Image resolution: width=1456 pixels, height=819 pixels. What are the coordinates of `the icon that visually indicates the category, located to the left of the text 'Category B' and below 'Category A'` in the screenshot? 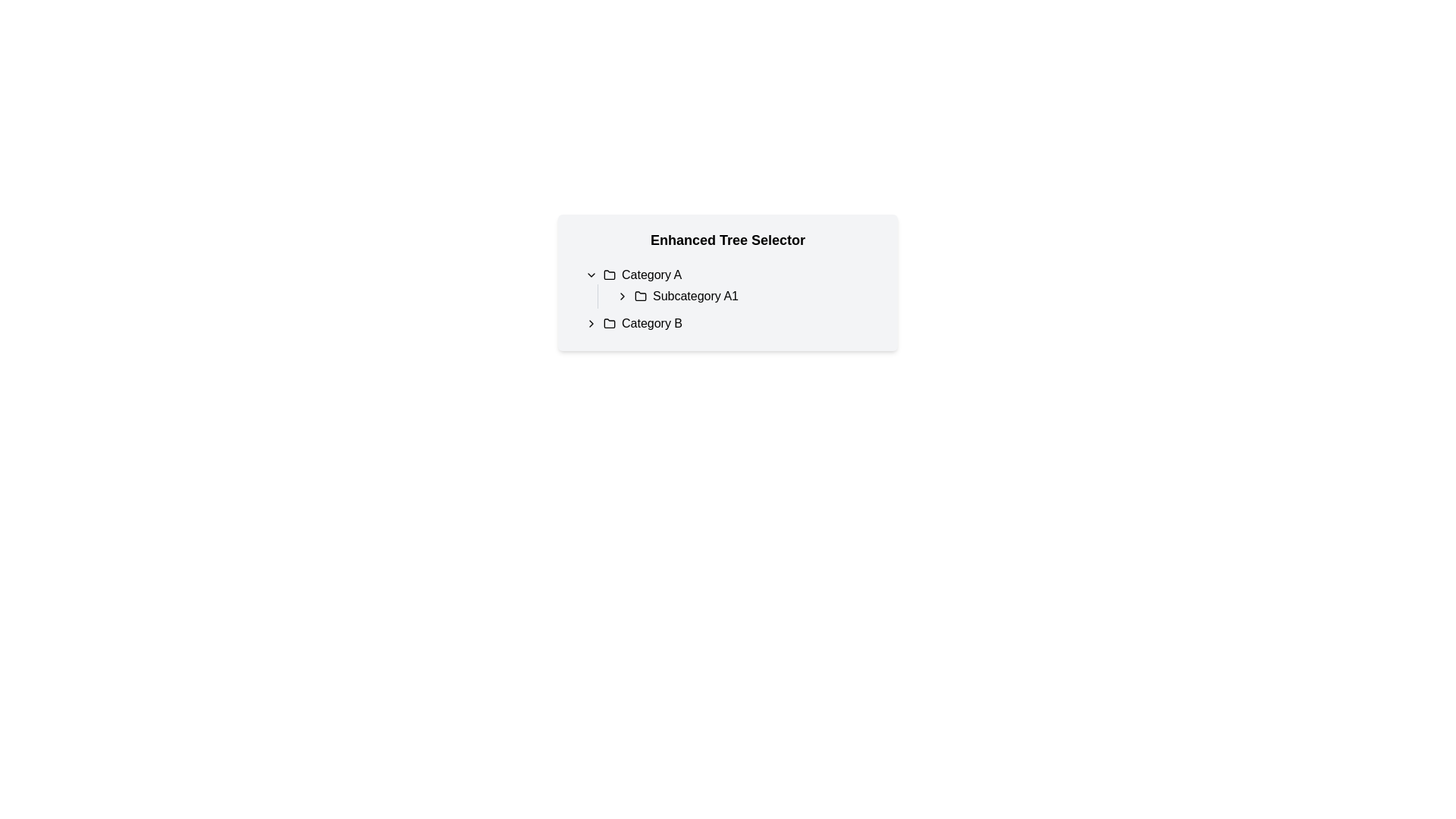 It's located at (610, 323).